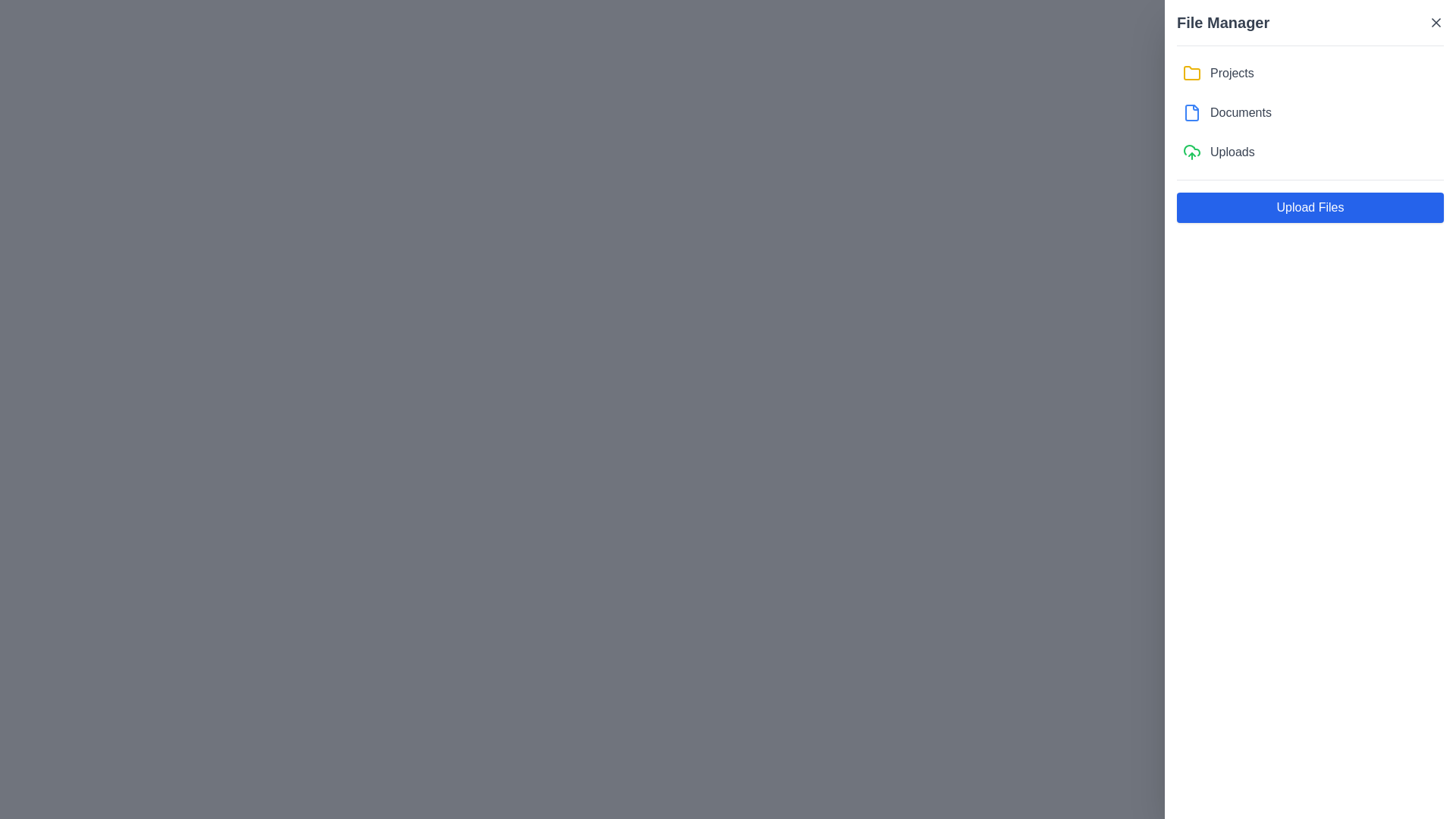  What do you see at coordinates (1310, 112) in the screenshot?
I see `the Navigation Menu located in the right-most sidebar of the 'File Manager', positioned above the 'Upload Files' button` at bounding box center [1310, 112].